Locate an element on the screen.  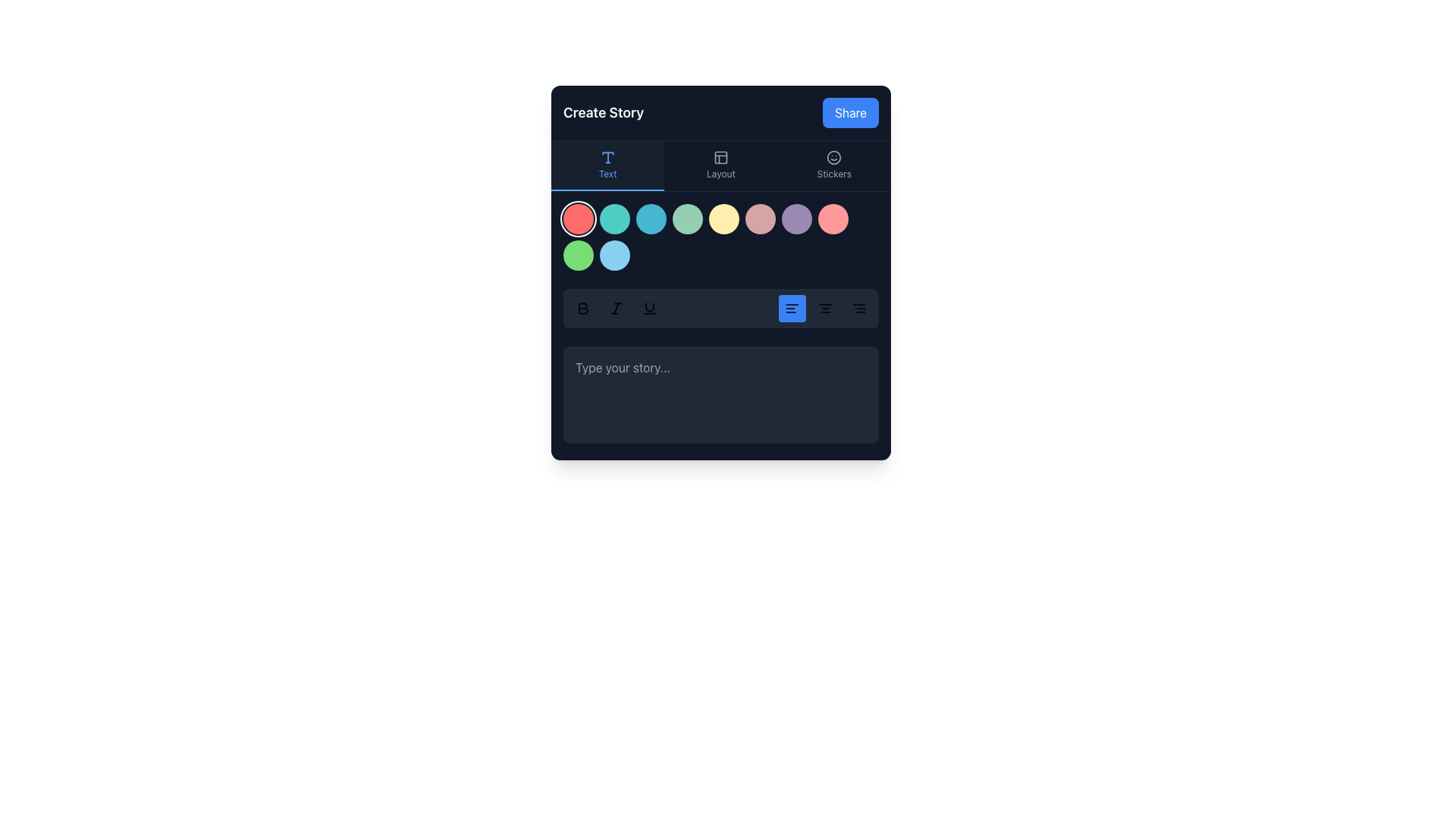
the 'Stickers' label, which is a small text label with a light font style, located beneath a smiley face icon in a right-aligned row of interactive elements is located at coordinates (833, 174).